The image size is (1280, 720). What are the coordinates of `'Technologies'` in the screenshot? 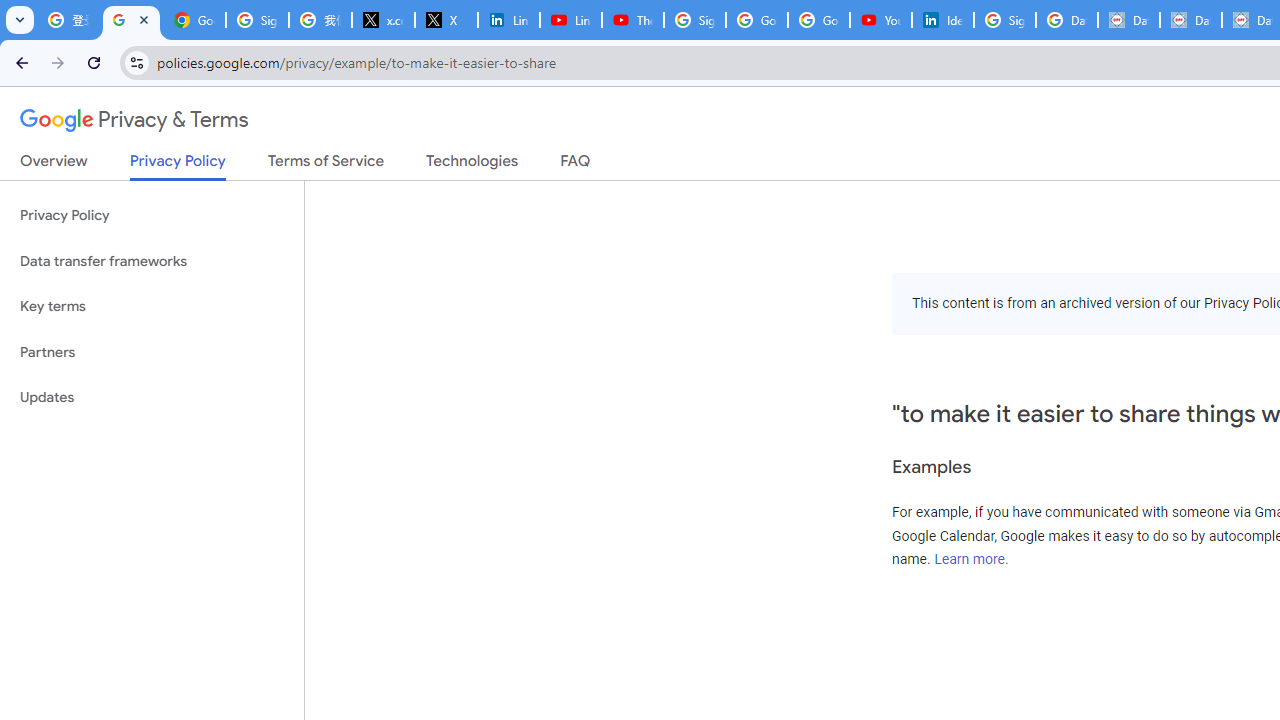 It's located at (471, 164).